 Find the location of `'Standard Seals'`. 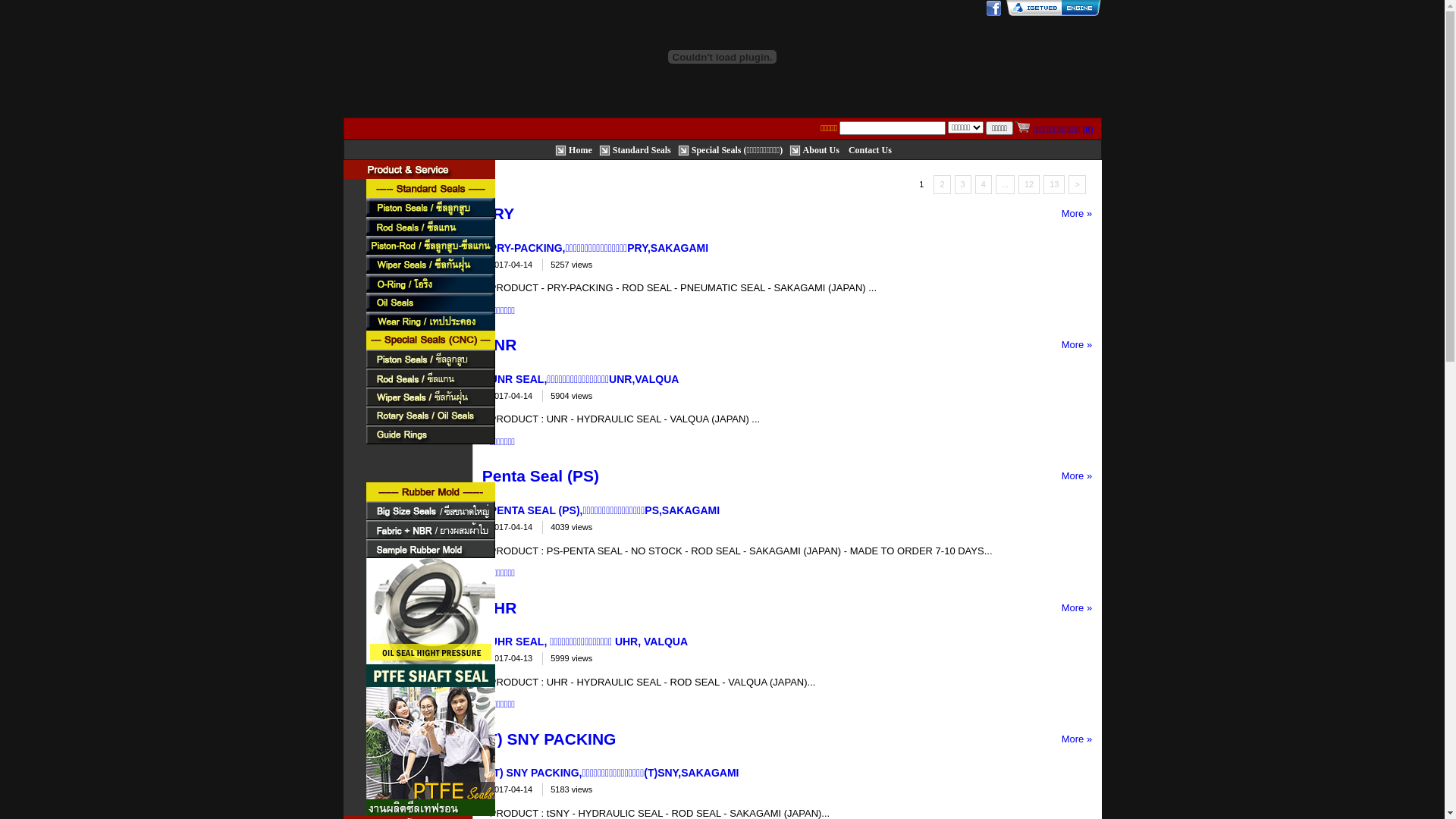

'Standard Seals' is located at coordinates (428, 187).